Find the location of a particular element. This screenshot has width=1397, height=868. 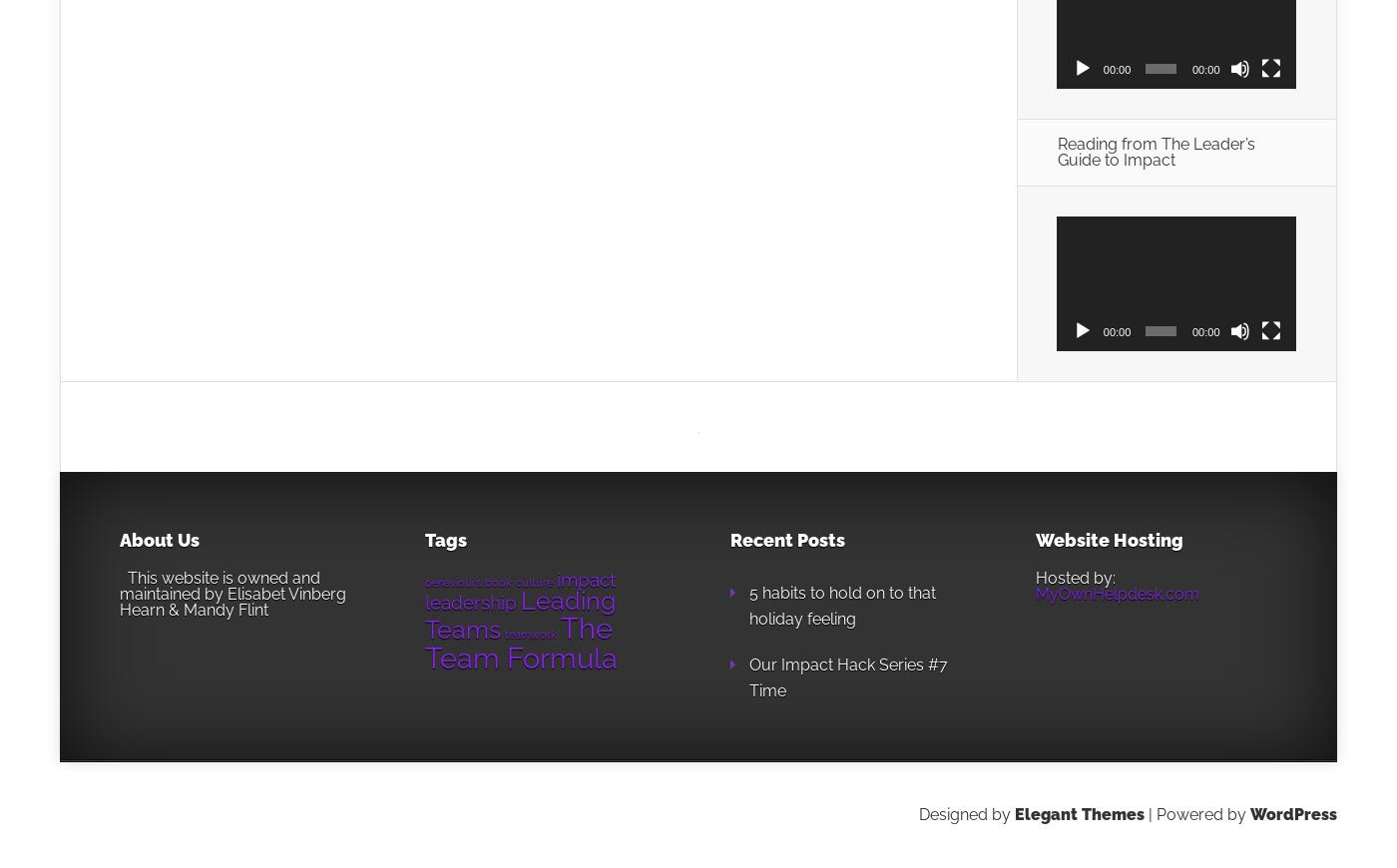

'book' is located at coordinates (484, 580).